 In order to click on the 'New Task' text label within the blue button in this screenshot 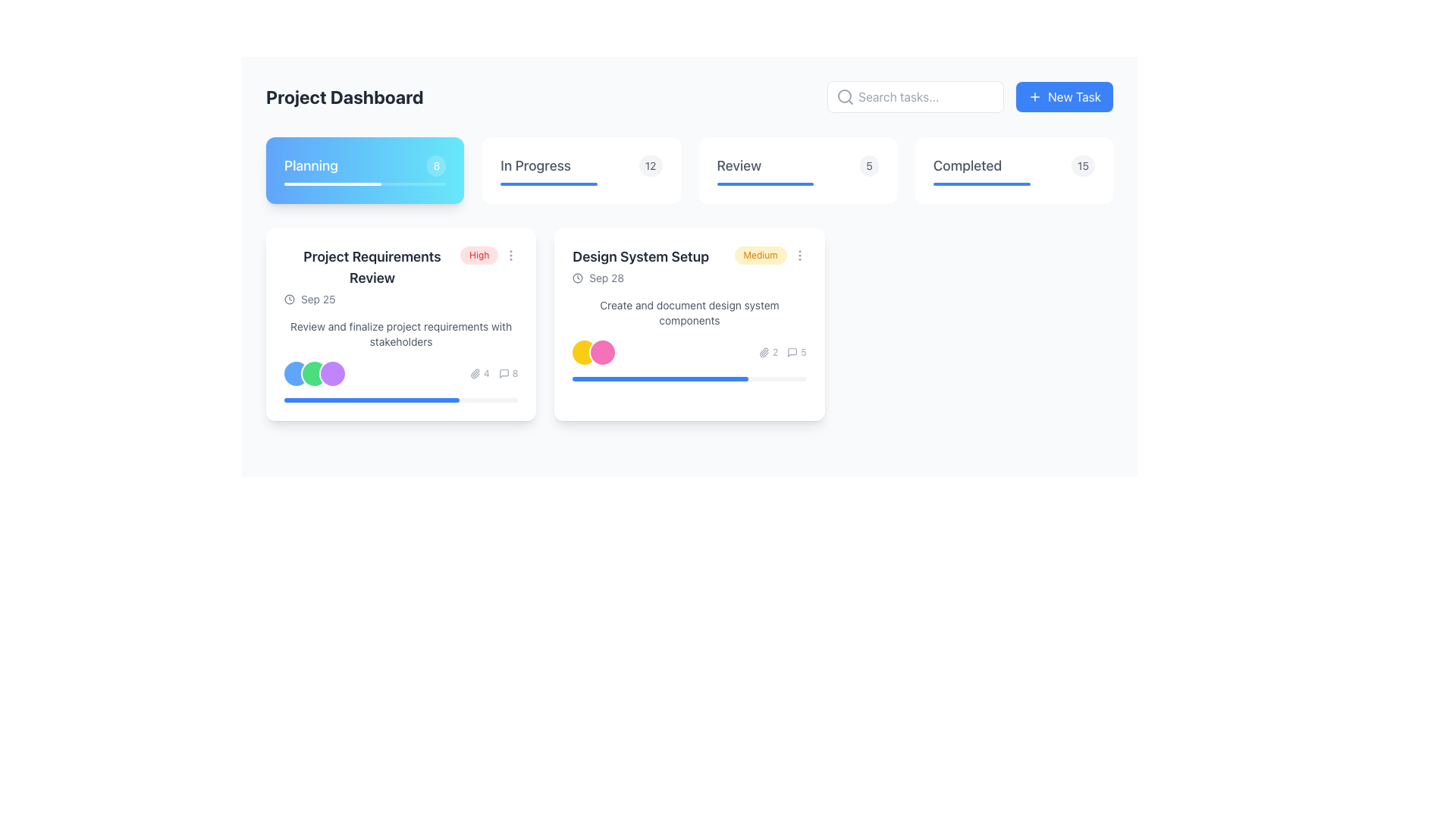, I will do `click(1073, 96)`.